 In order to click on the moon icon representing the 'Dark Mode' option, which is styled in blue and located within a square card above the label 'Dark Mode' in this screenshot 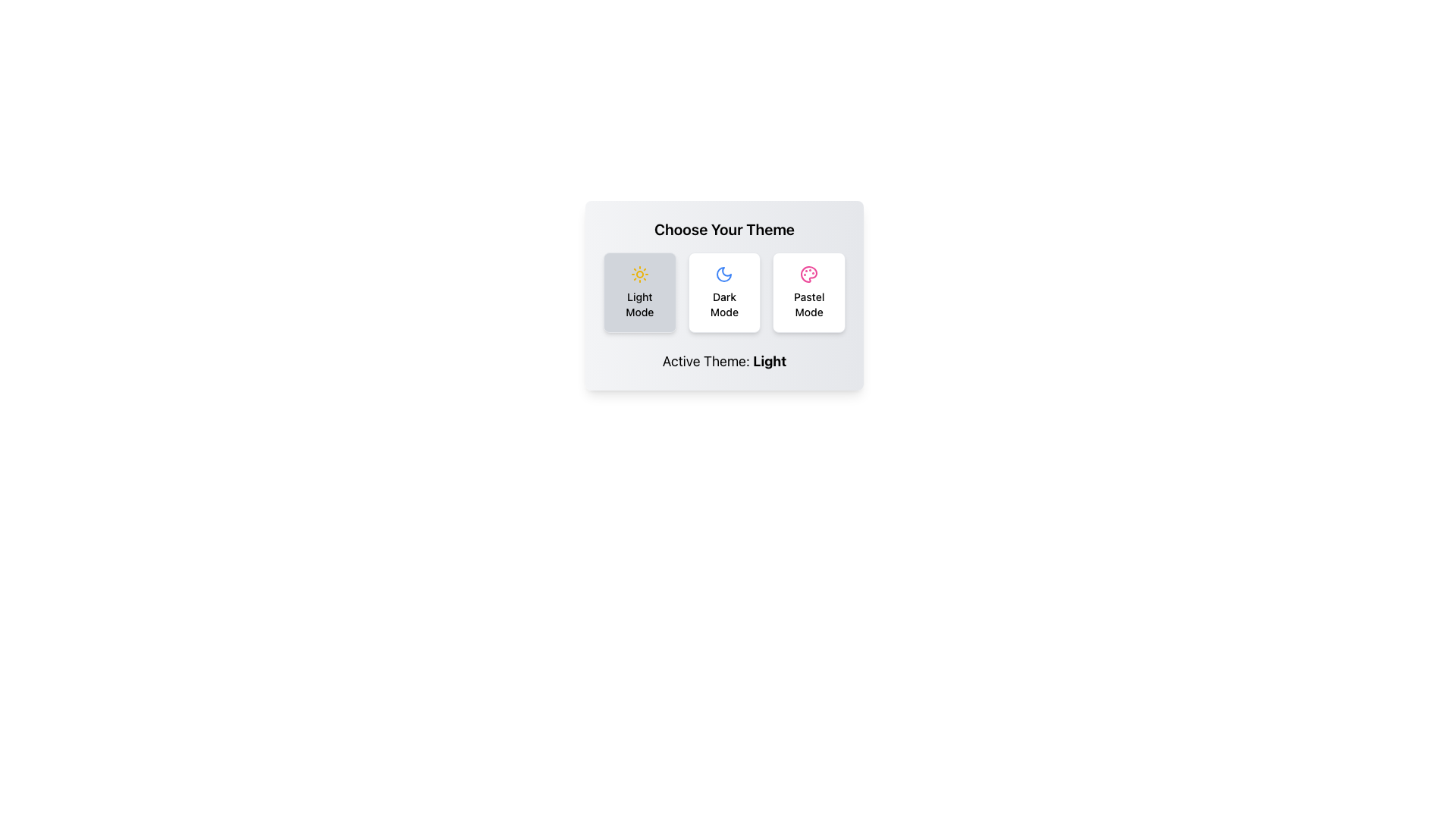, I will do `click(723, 275)`.